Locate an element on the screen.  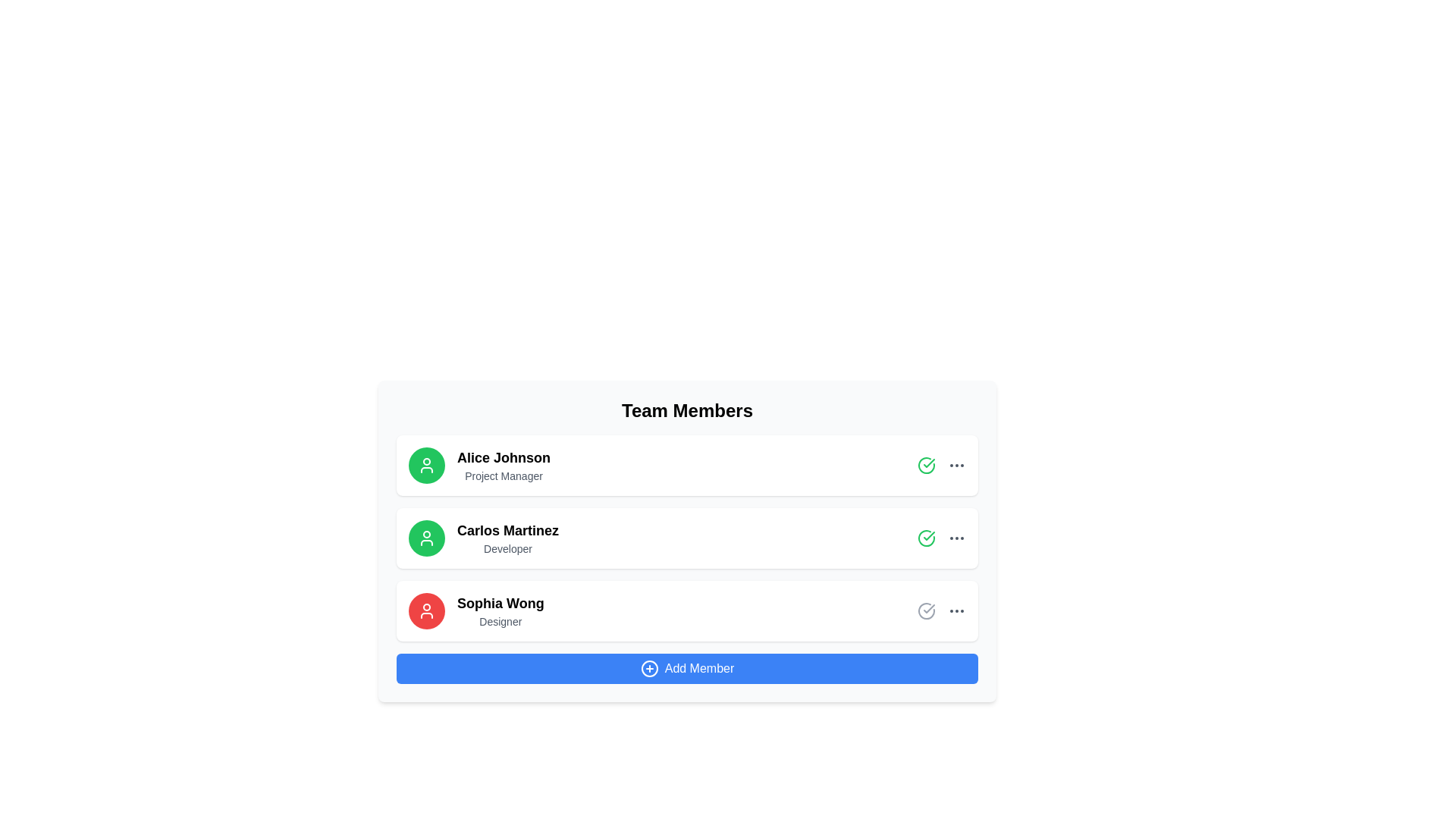
the text label indicating the role of the team member located under 'Sophia Wong' in the third entry of the team members list is located at coordinates (500, 622).